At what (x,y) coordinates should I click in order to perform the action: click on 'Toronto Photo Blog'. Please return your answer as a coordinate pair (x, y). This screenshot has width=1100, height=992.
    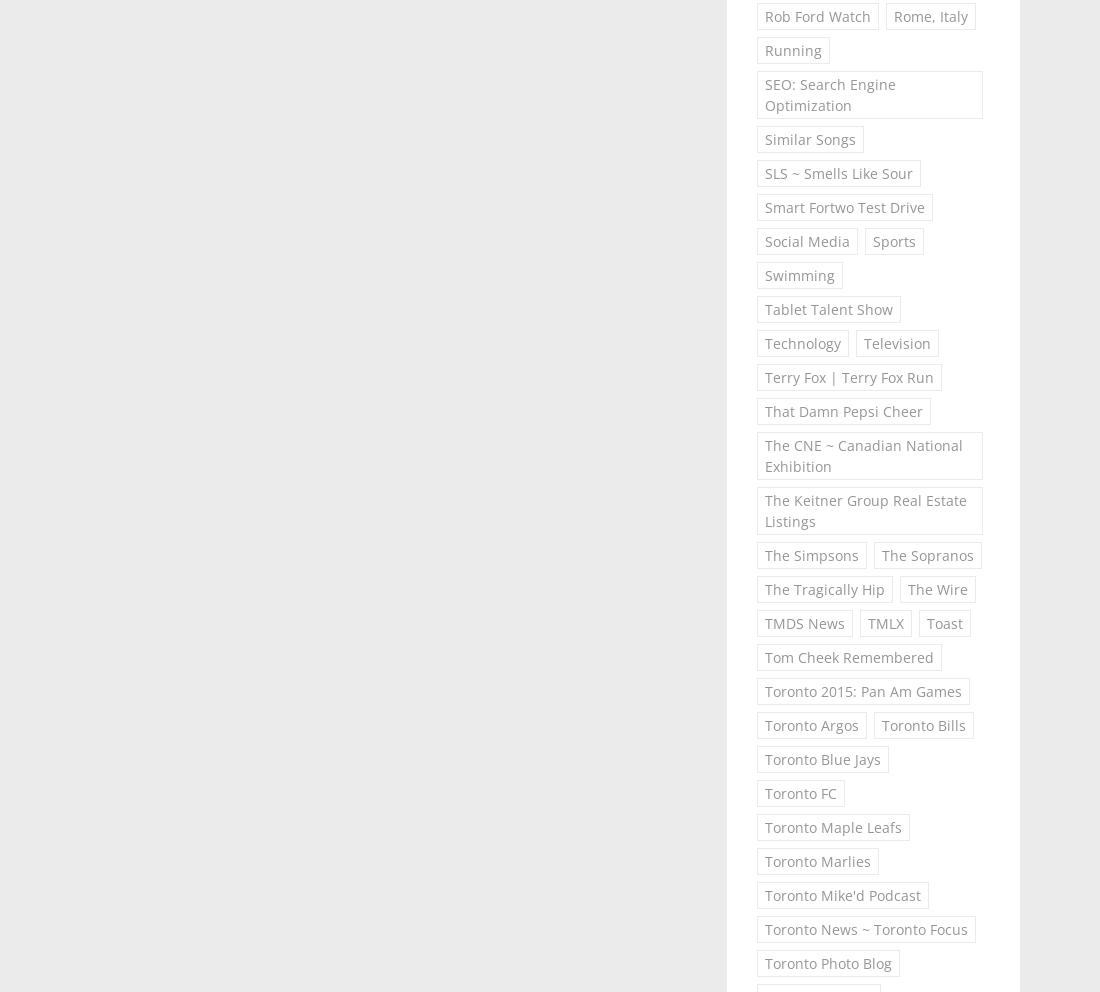
    Looking at the image, I should click on (826, 963).